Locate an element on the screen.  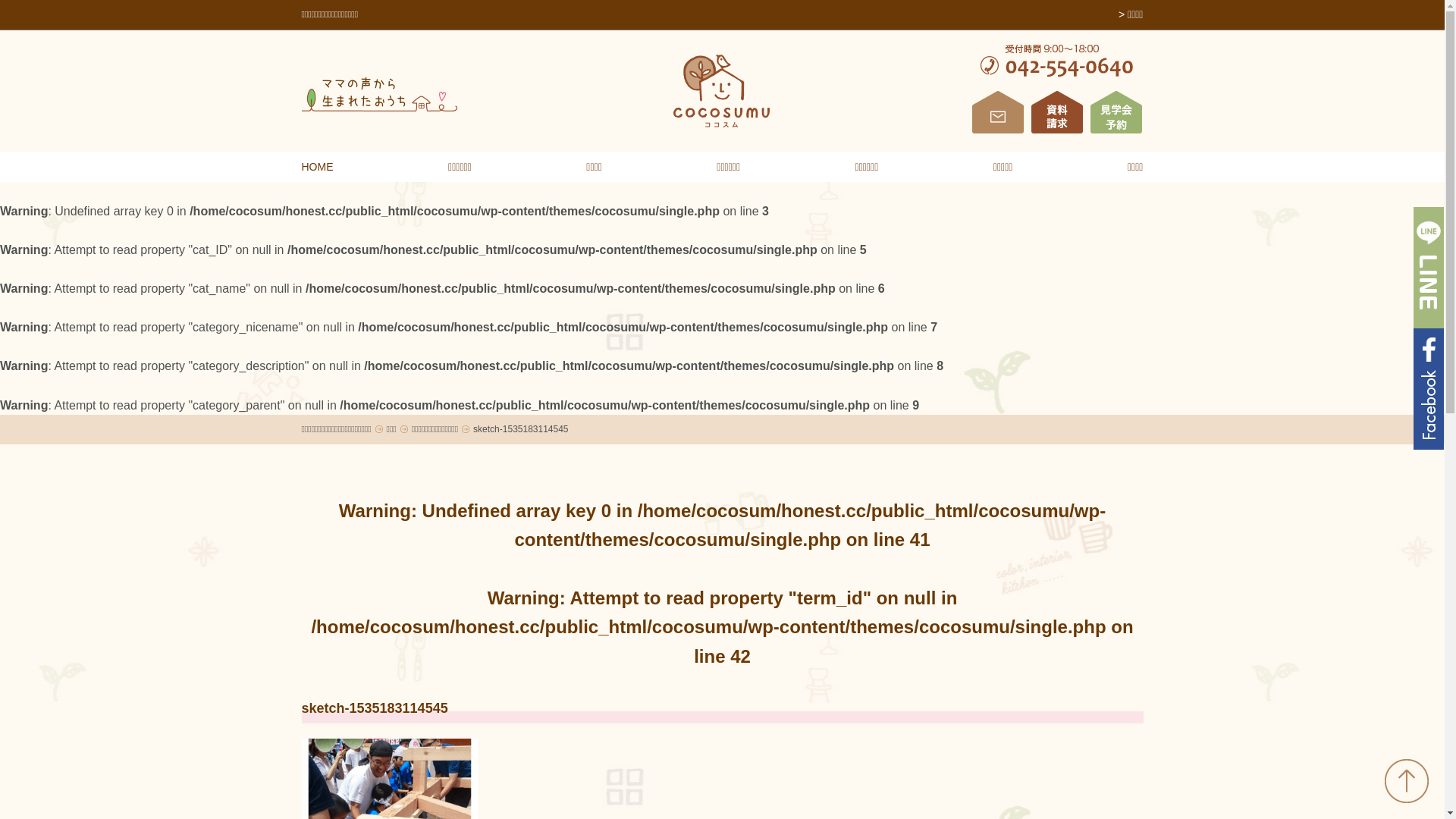
'HOME' is located at coordinates (302, 166).